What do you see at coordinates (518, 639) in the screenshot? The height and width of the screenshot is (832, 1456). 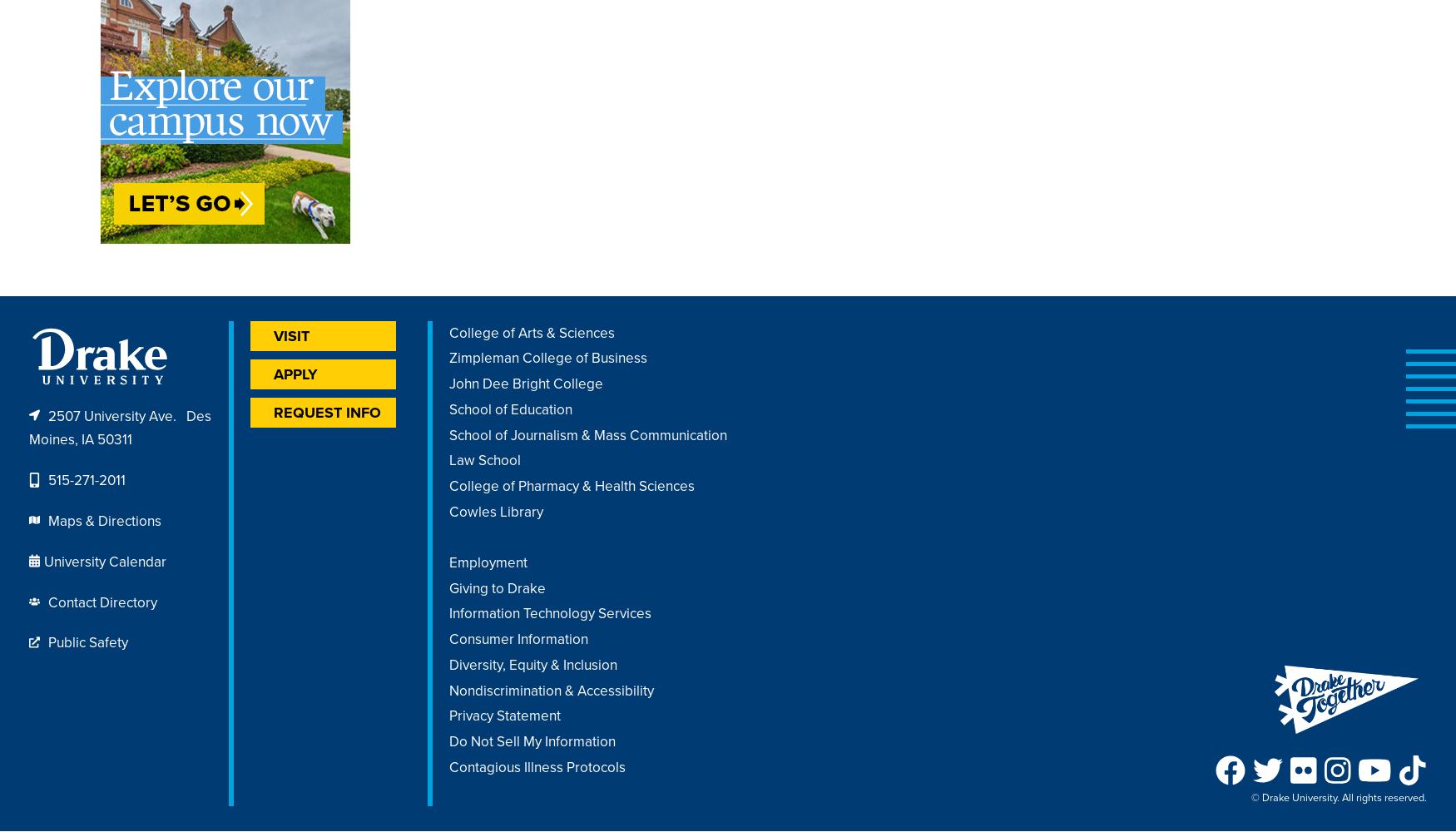 I see `'Consumer Information'` at bounding box center [518, 639].